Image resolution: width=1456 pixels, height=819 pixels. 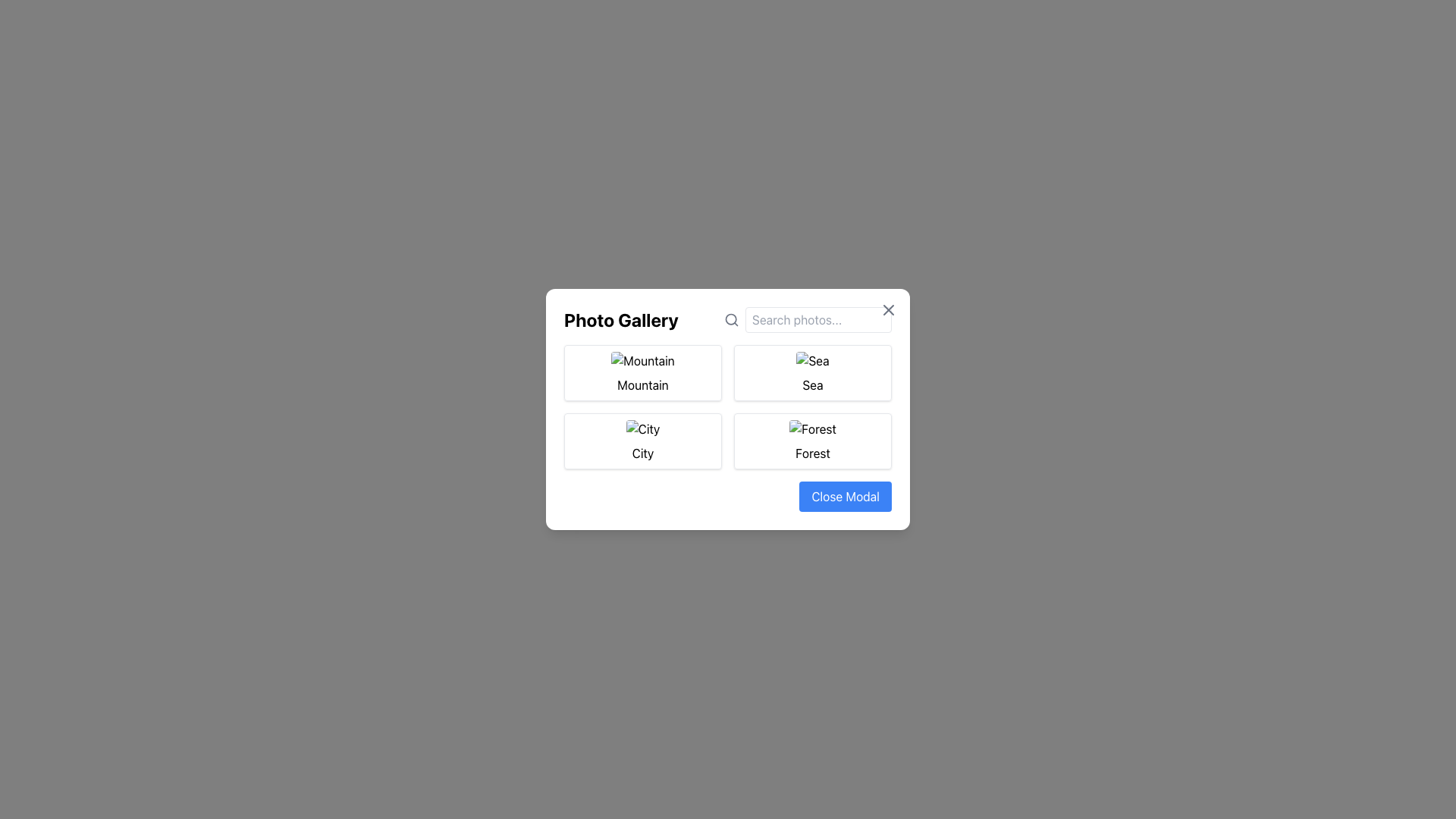 What do you see at coordinates (643, 384) in the screenshot?
I see `text label indicating that the image above it represents a mountain scene, located in the first column, first row of the grid layout in the 'Photo Gallery' modal` at bounding box center [643, 384].